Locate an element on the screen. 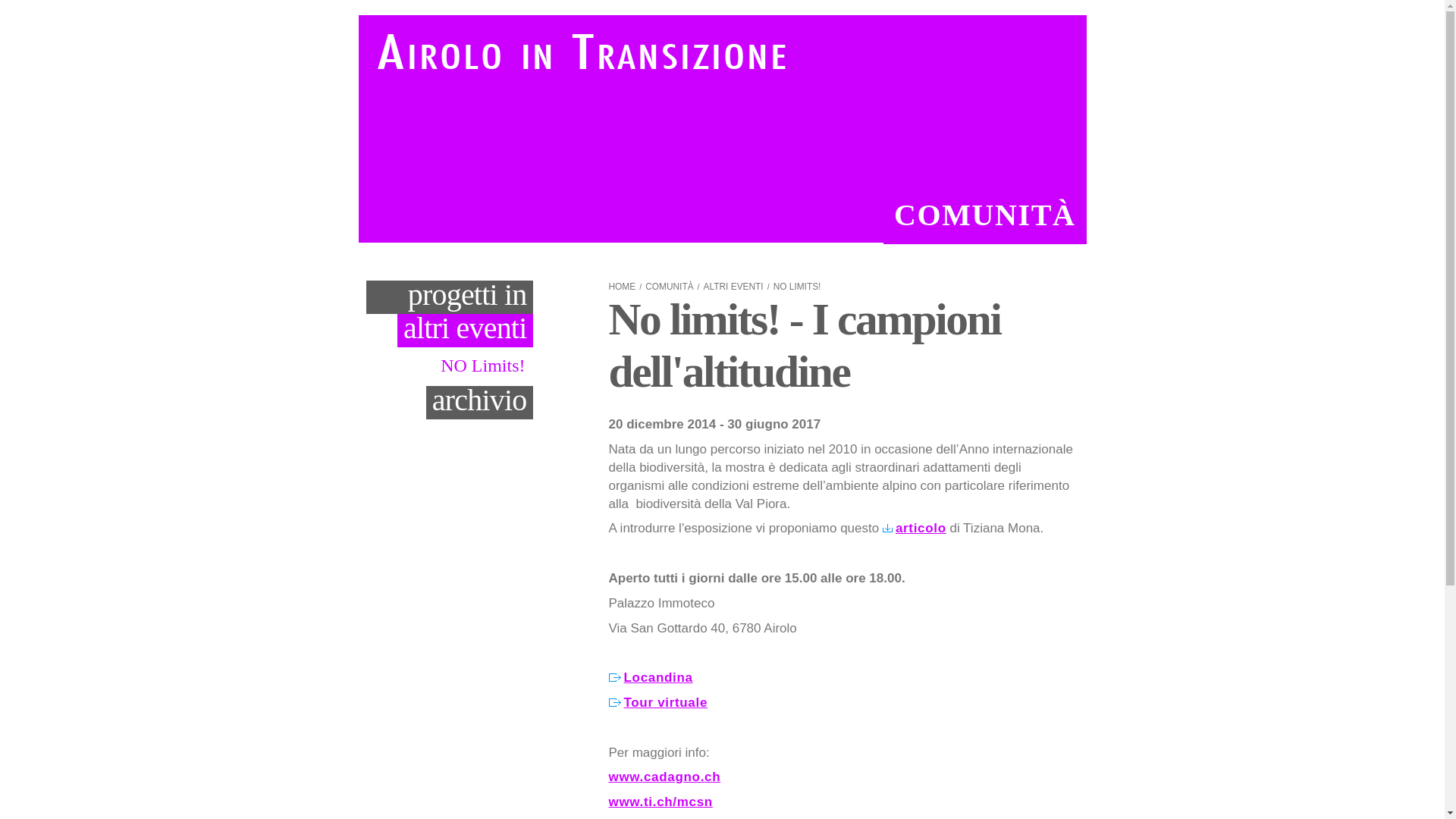 This screenshot has width=1456, height=819. 'NO Limits!' is located at coordinates (486, 366).